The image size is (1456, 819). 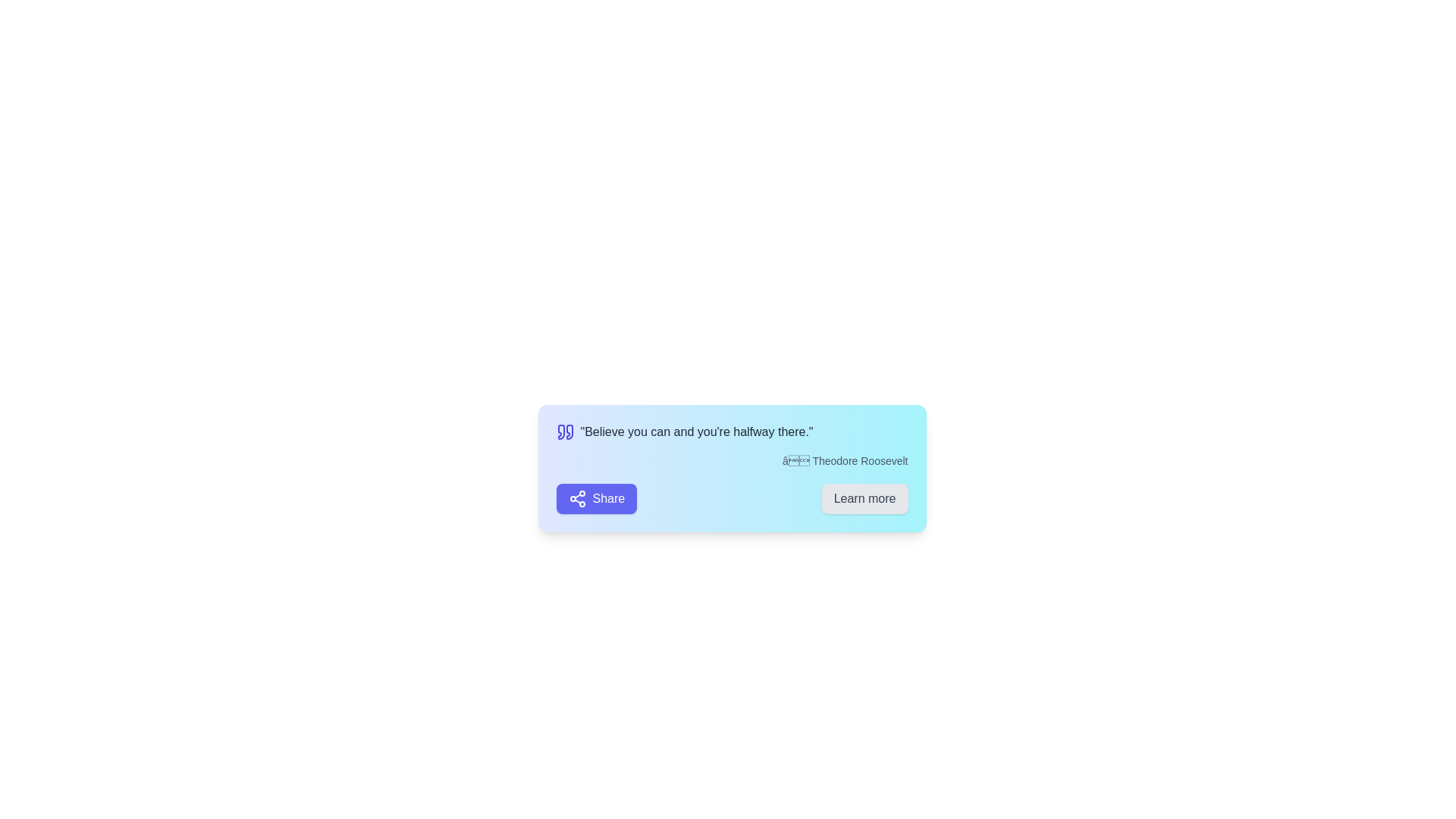 What do you see at coordinates (576, 499) in the screenshot?
I see `the SVG icon within the purple 'Share' button located in the bottom-left corner of the card, positioned to the left of the text 'Share'` at bounding box center [576, 499].